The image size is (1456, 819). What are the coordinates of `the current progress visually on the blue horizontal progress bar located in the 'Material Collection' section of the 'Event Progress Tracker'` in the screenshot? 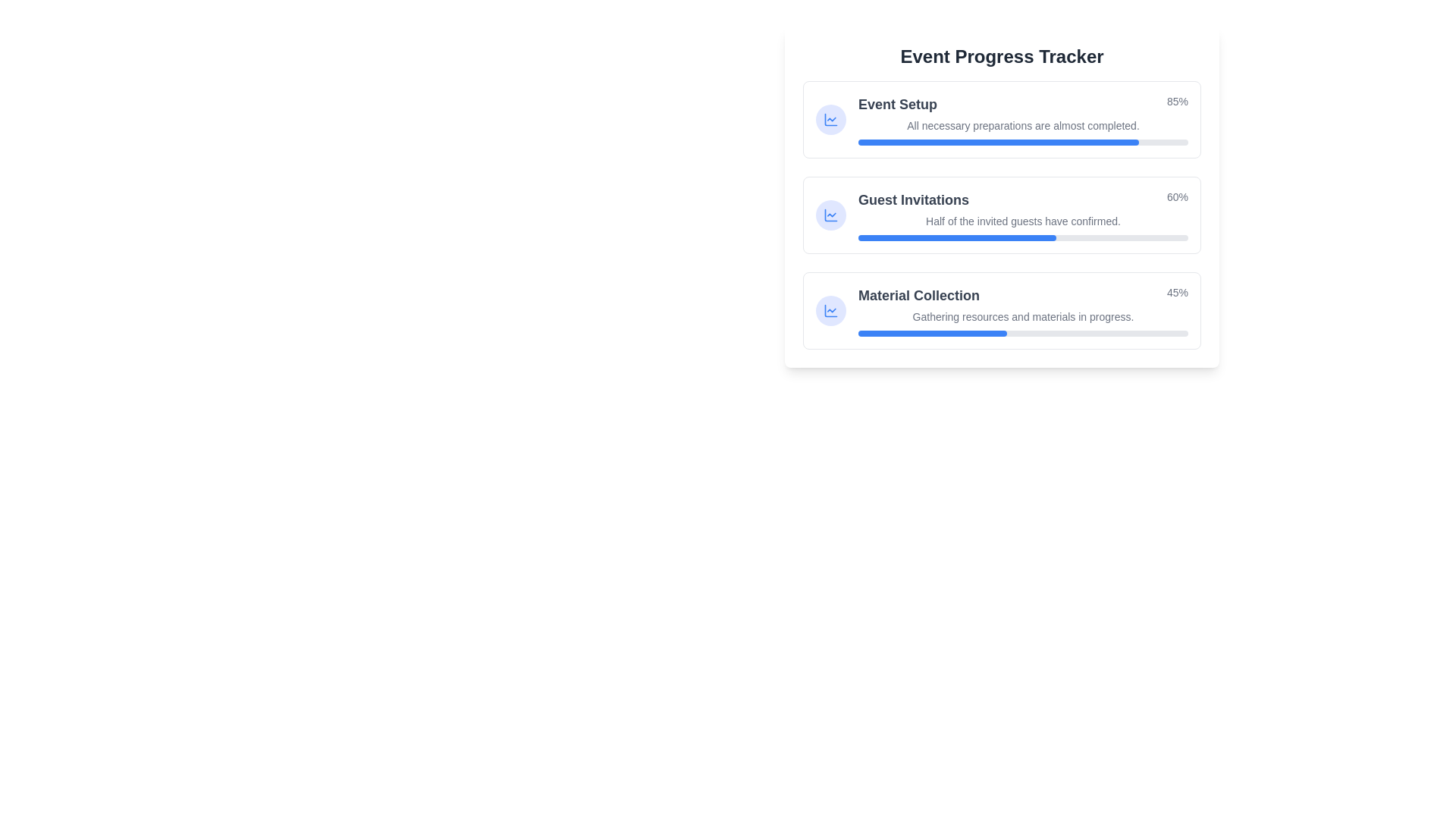 It's located at (931, 332).